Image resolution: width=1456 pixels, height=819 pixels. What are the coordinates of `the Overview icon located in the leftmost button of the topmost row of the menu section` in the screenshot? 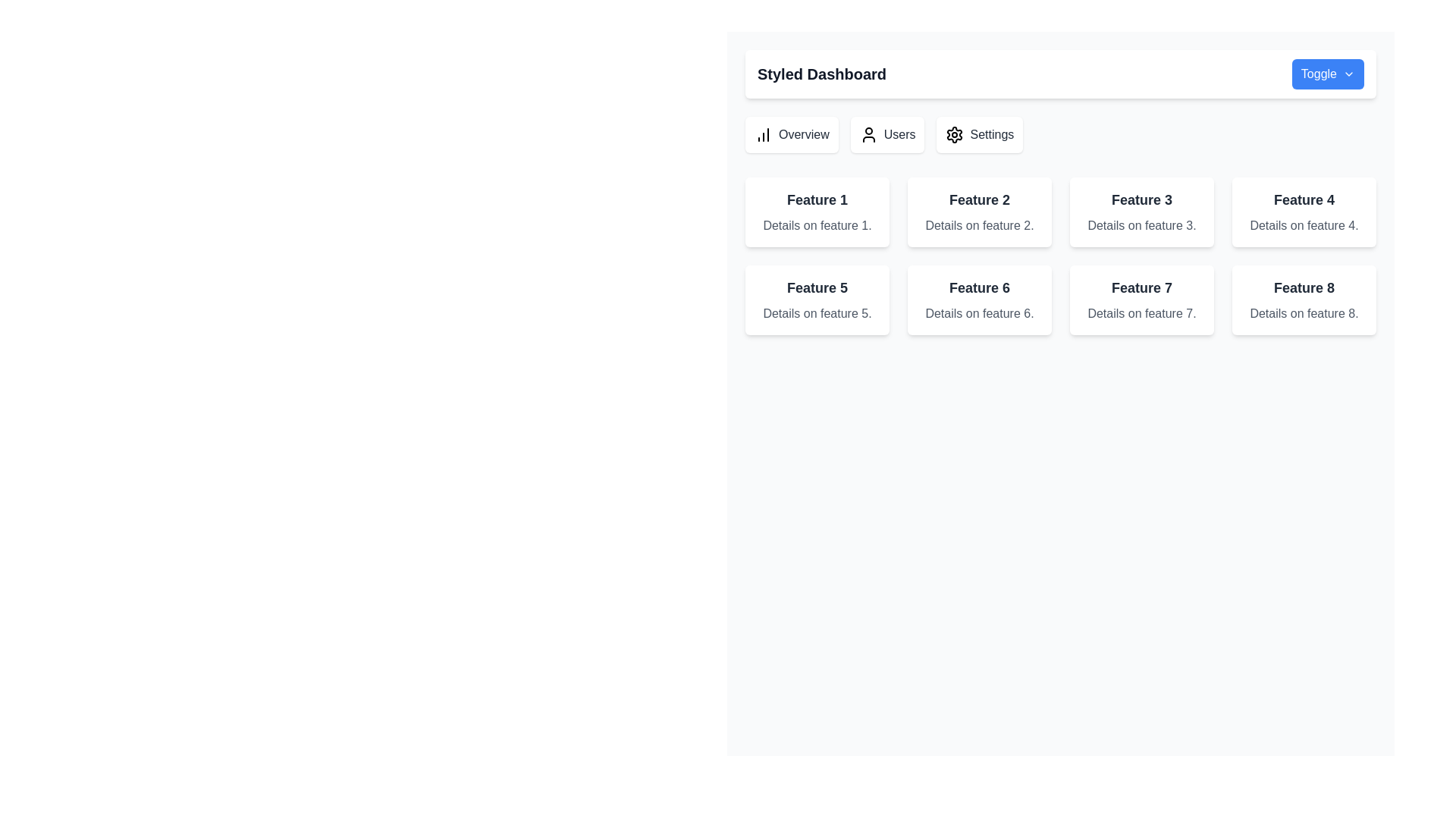 It's located at (764, 133).